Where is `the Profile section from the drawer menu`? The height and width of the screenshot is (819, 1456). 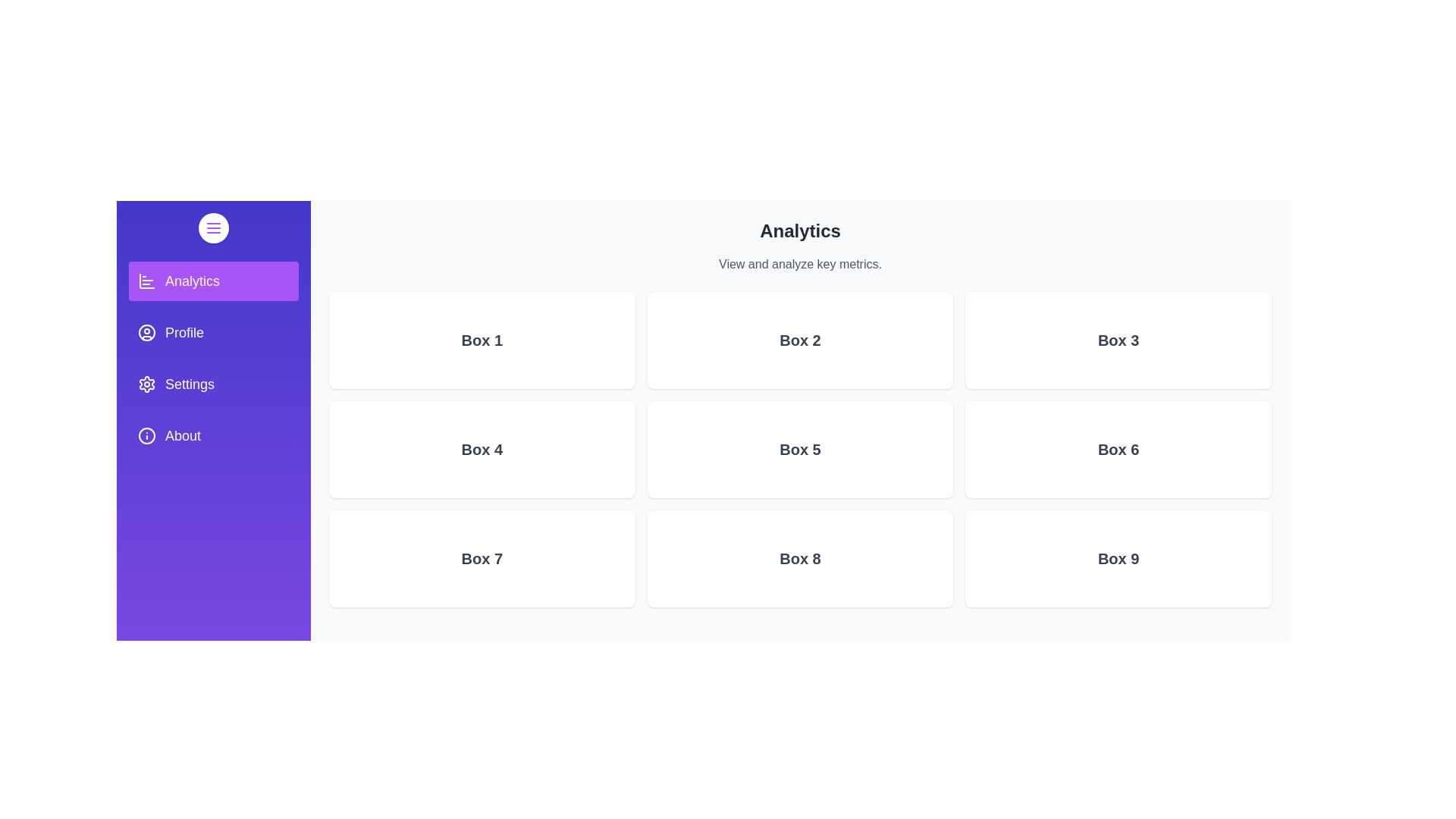 the Profile section from the drawer menu is located at coordinates (213, 332).